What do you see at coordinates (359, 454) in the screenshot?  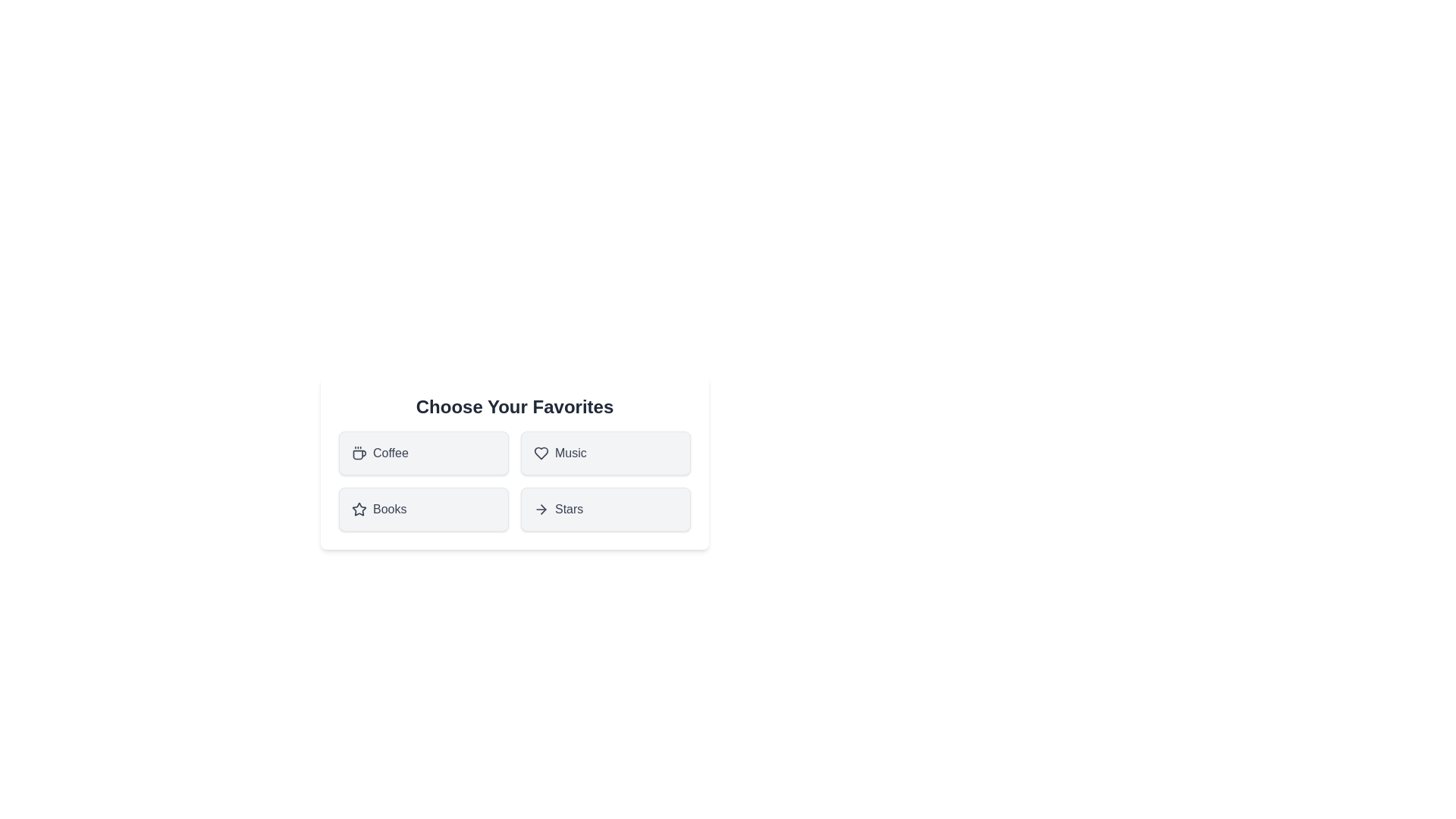 I see `the coffee cup icon, which is a curved outline resembling a mug, positioned above the 'Coffee' button text in the top-left quadrant of the category options grid` at bounding box center [359, 454].